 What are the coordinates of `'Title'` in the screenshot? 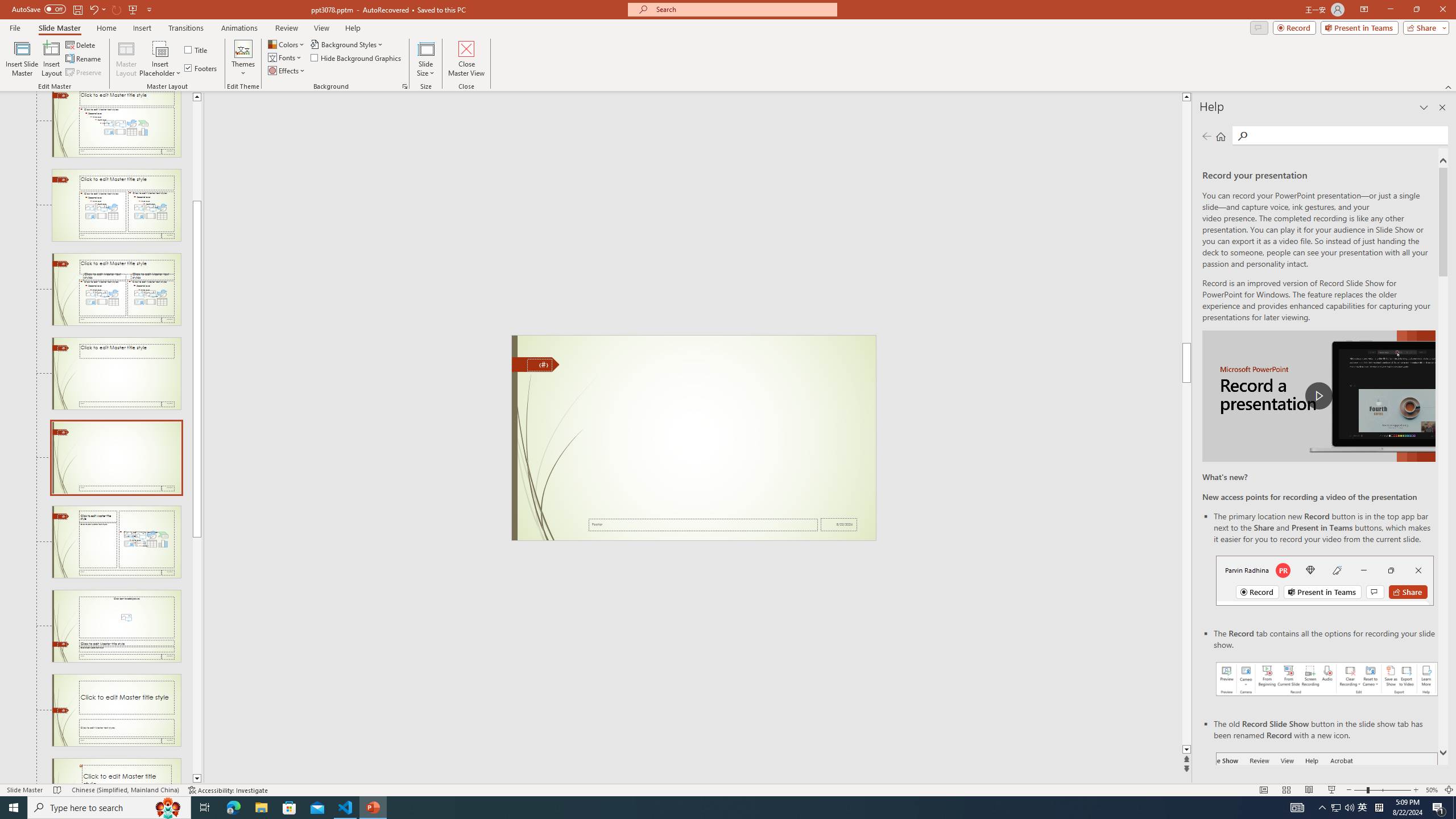 It's located at (196, 49).